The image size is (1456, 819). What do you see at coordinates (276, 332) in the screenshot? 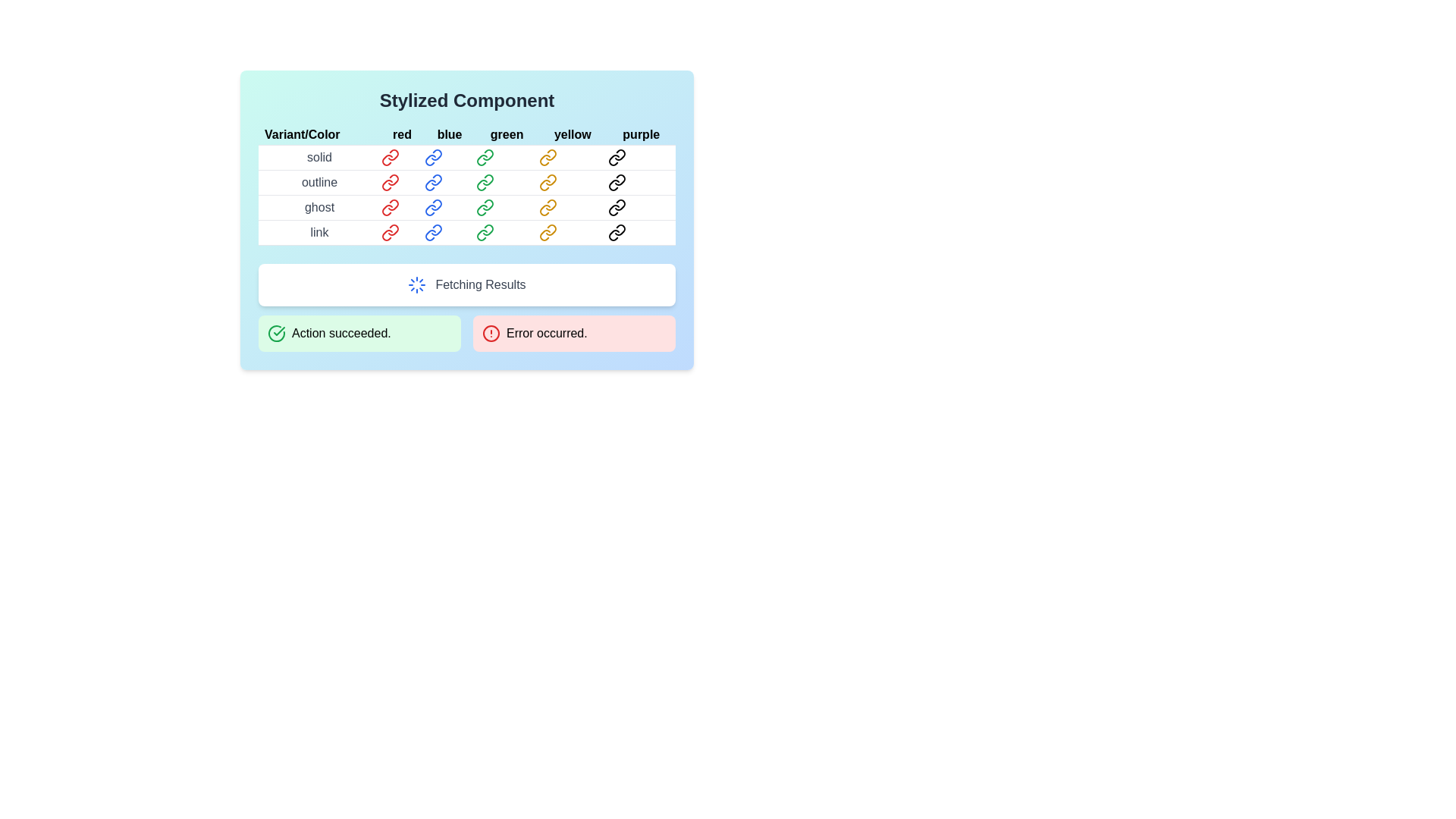
I see `the Icon that indicates successful completion of an operation, located on the left side of the green background notification bar labeled 'Action succeeded.'` at bounding box center [276, 332].